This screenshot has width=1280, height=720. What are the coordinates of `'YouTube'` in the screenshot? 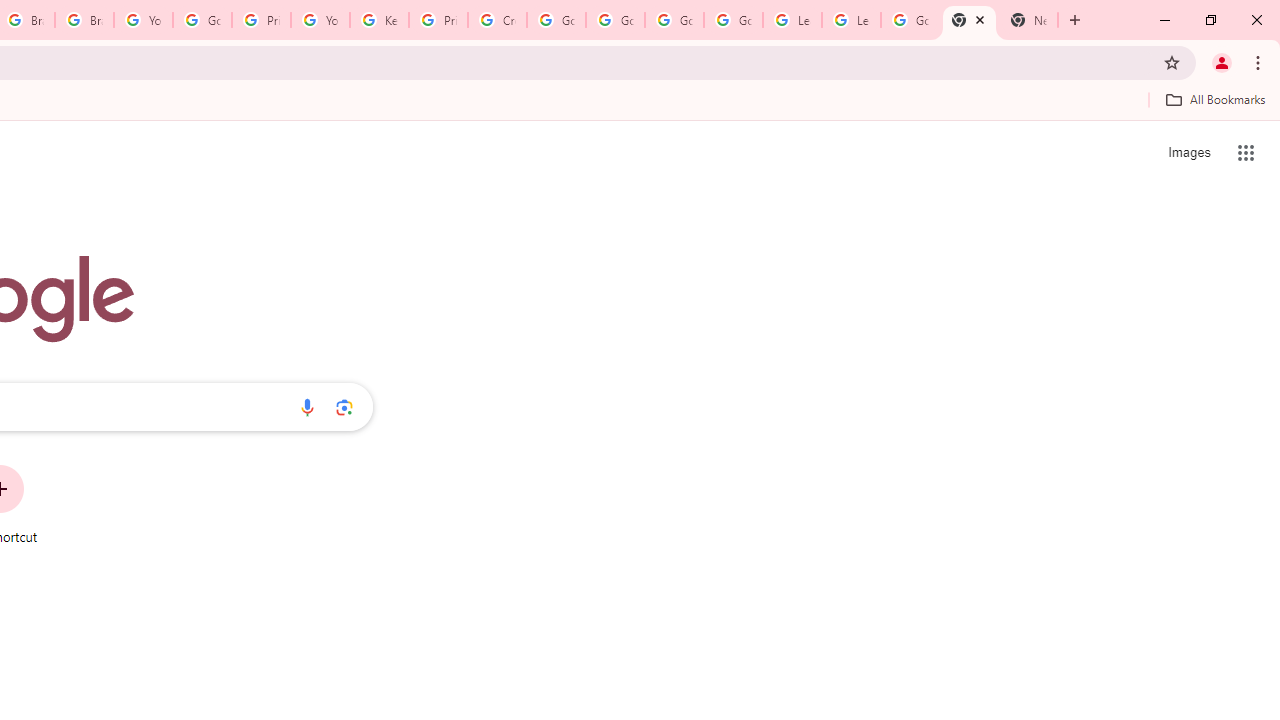 It's located at (142, 20).